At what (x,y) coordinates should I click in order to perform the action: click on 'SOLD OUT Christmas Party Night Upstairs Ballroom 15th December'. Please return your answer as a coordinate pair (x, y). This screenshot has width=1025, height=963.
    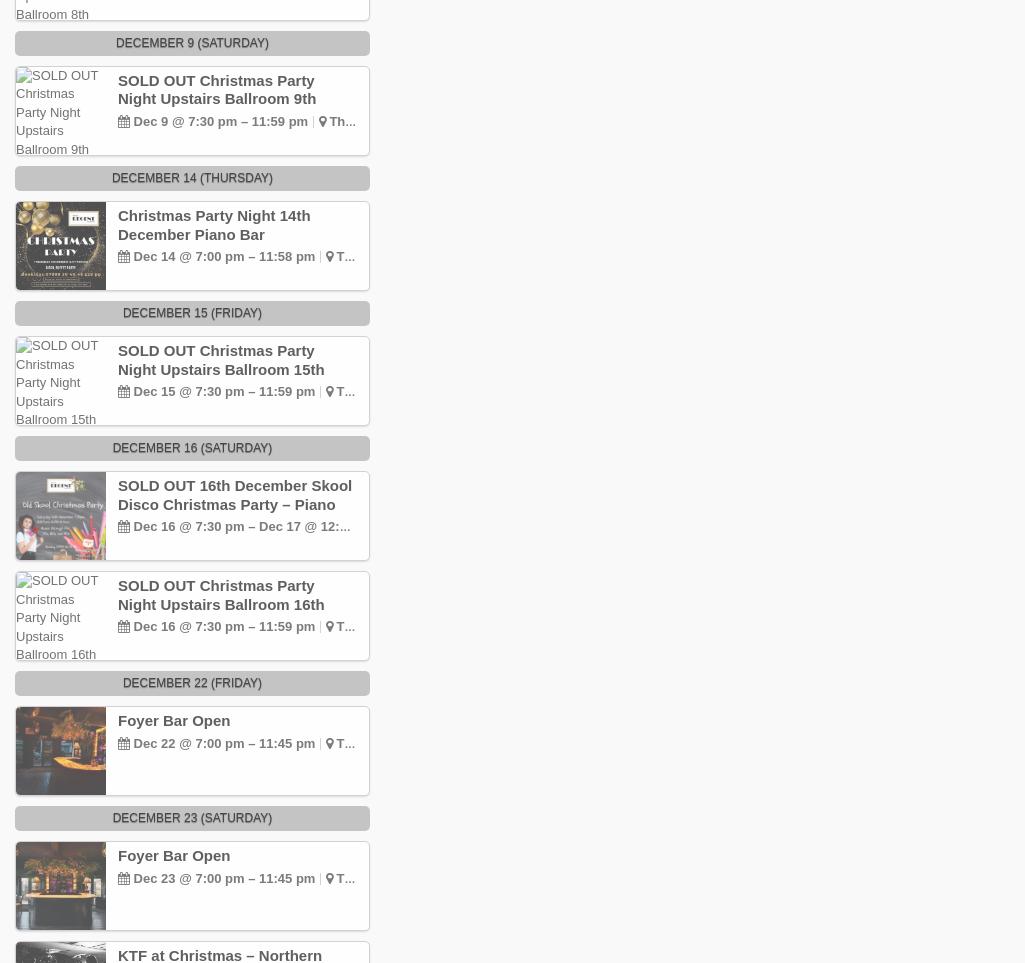
    Looking at the image, I should click on (220, 368).